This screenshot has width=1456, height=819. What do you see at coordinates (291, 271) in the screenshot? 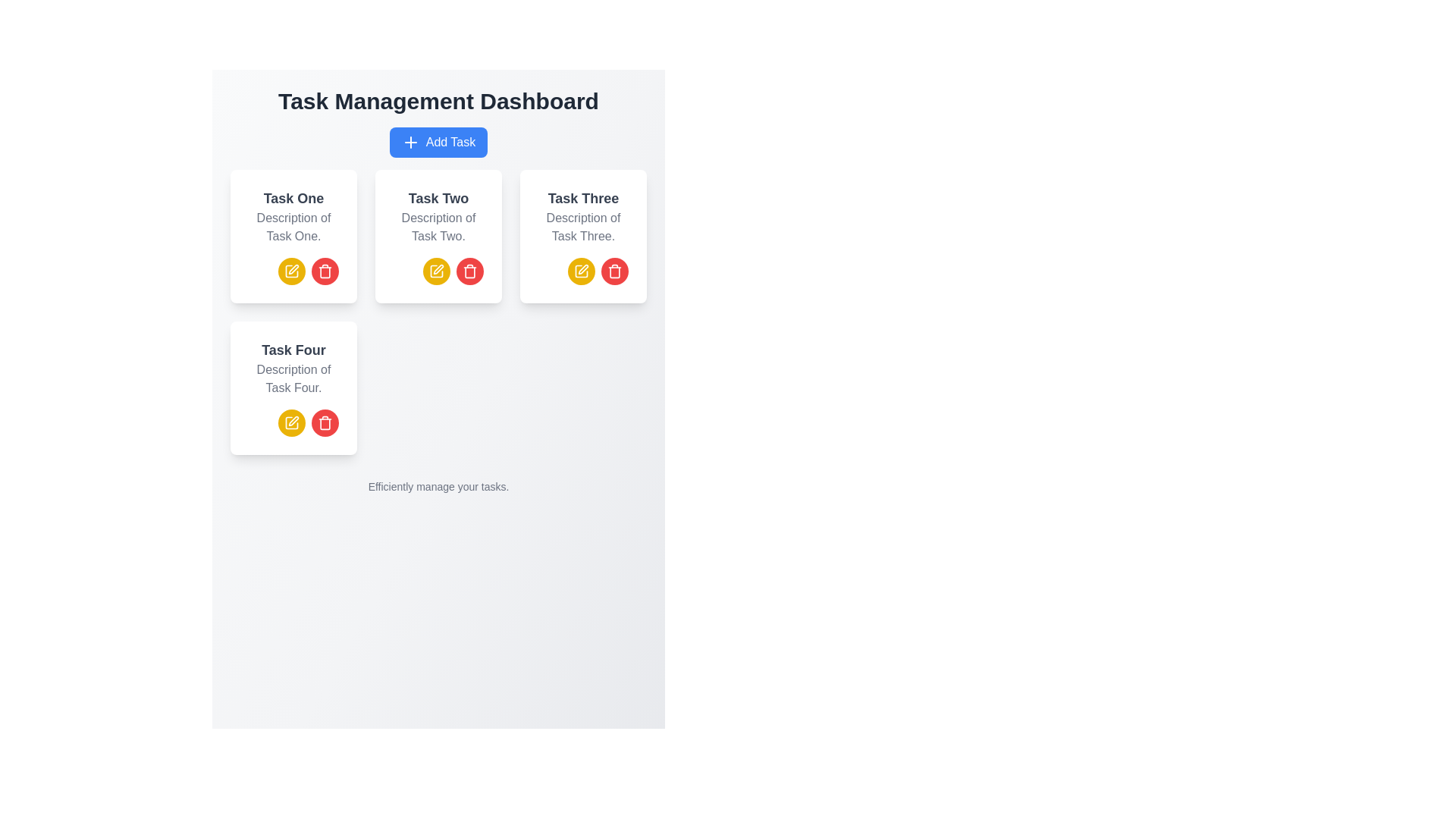
I see `the circular yellow button with a white pen icon, located in the 'Task One' task card on the left side of the action buttons group, to observe the color change indicating interactivity` at bounding box center [291, 271].